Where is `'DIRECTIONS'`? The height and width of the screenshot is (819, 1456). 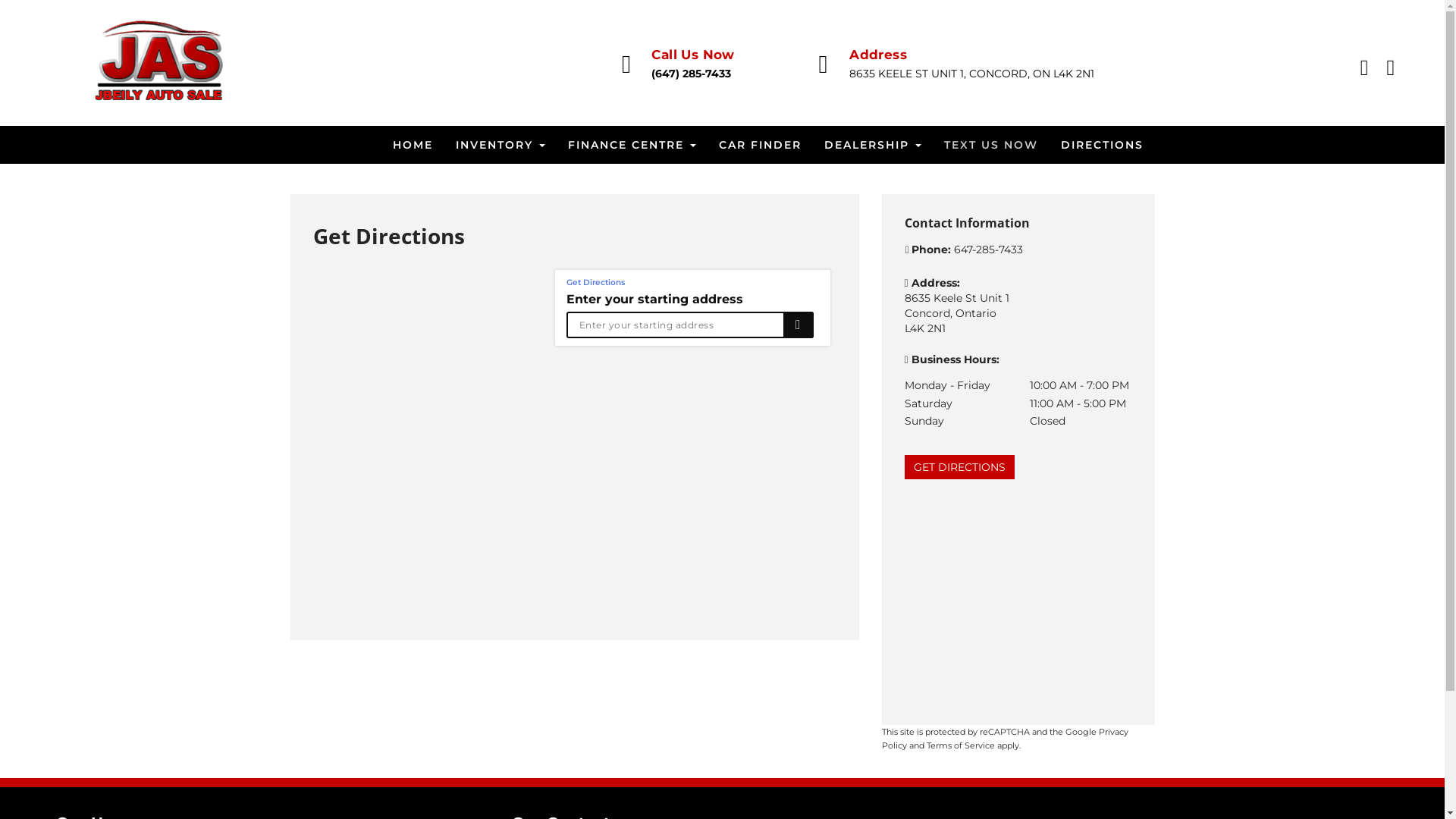
'DIRECTIONS' is located at coordinates (1102, 145).